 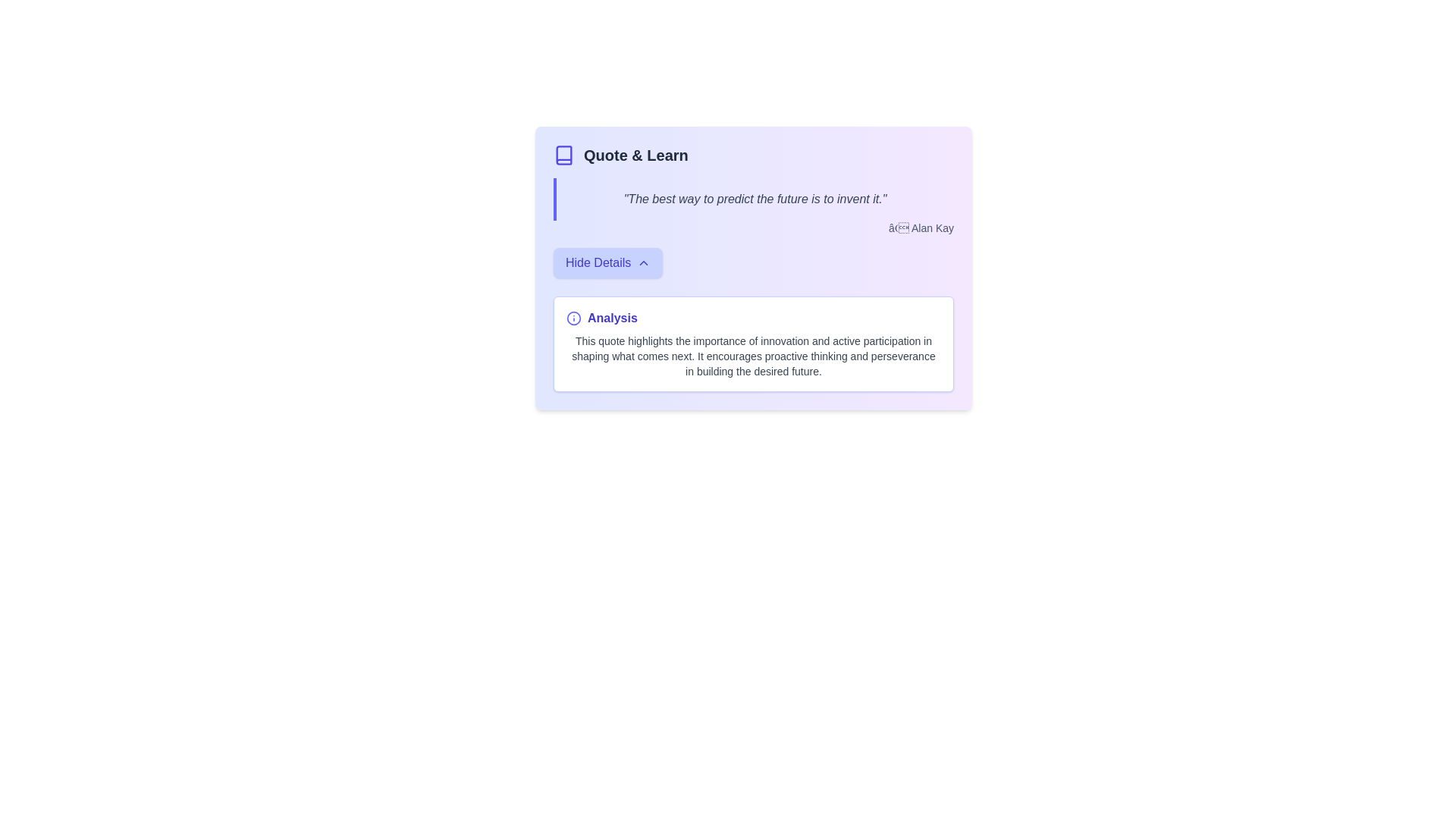 What do you see at coordinates (573, 318) in the screenshot?
I see `the outermost circular decorative element of the information icon located in the top-right corner of the card-like interface` at bounding box center [573, 318].